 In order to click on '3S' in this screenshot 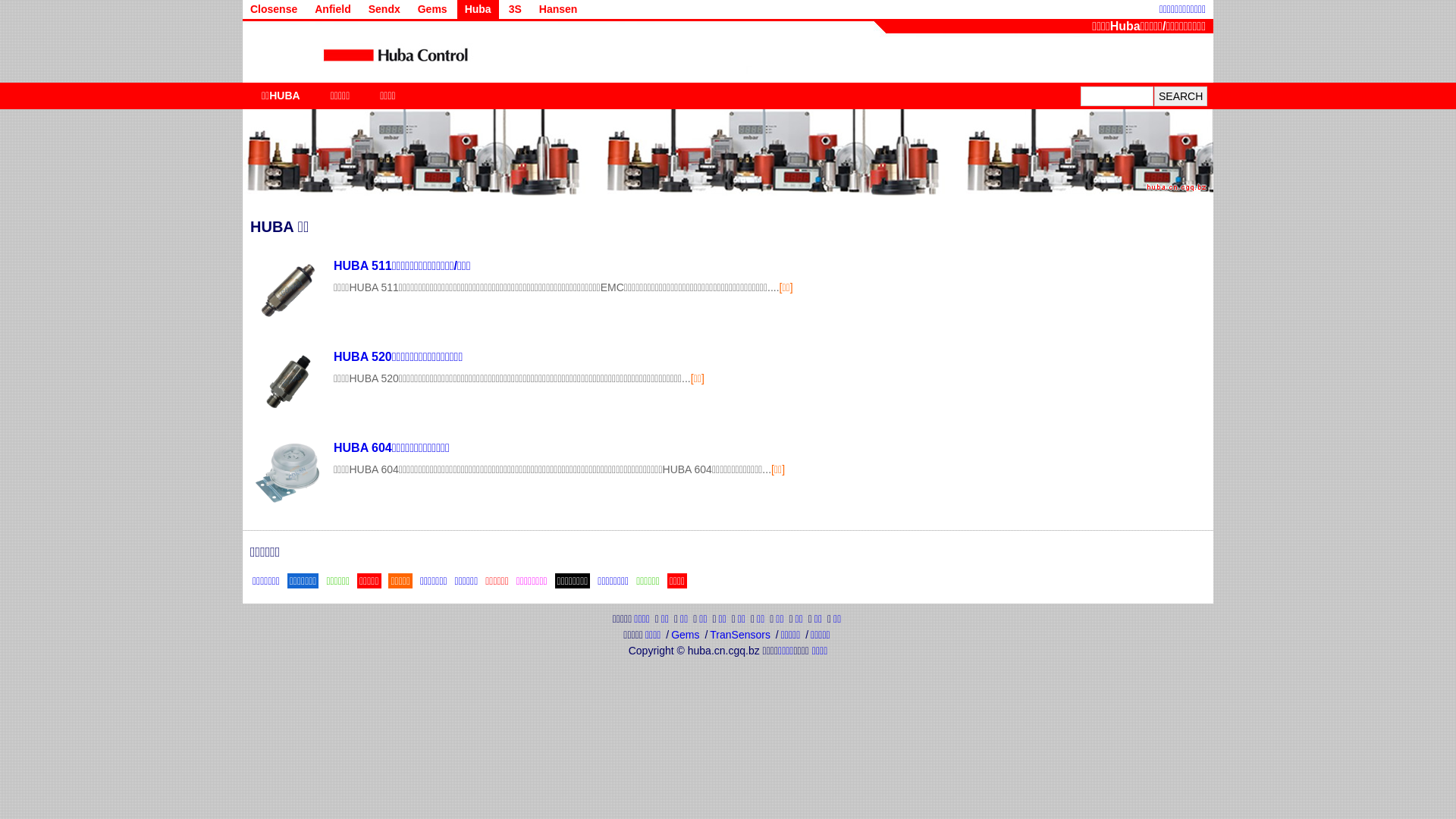, I will do `click(501, 9)`.